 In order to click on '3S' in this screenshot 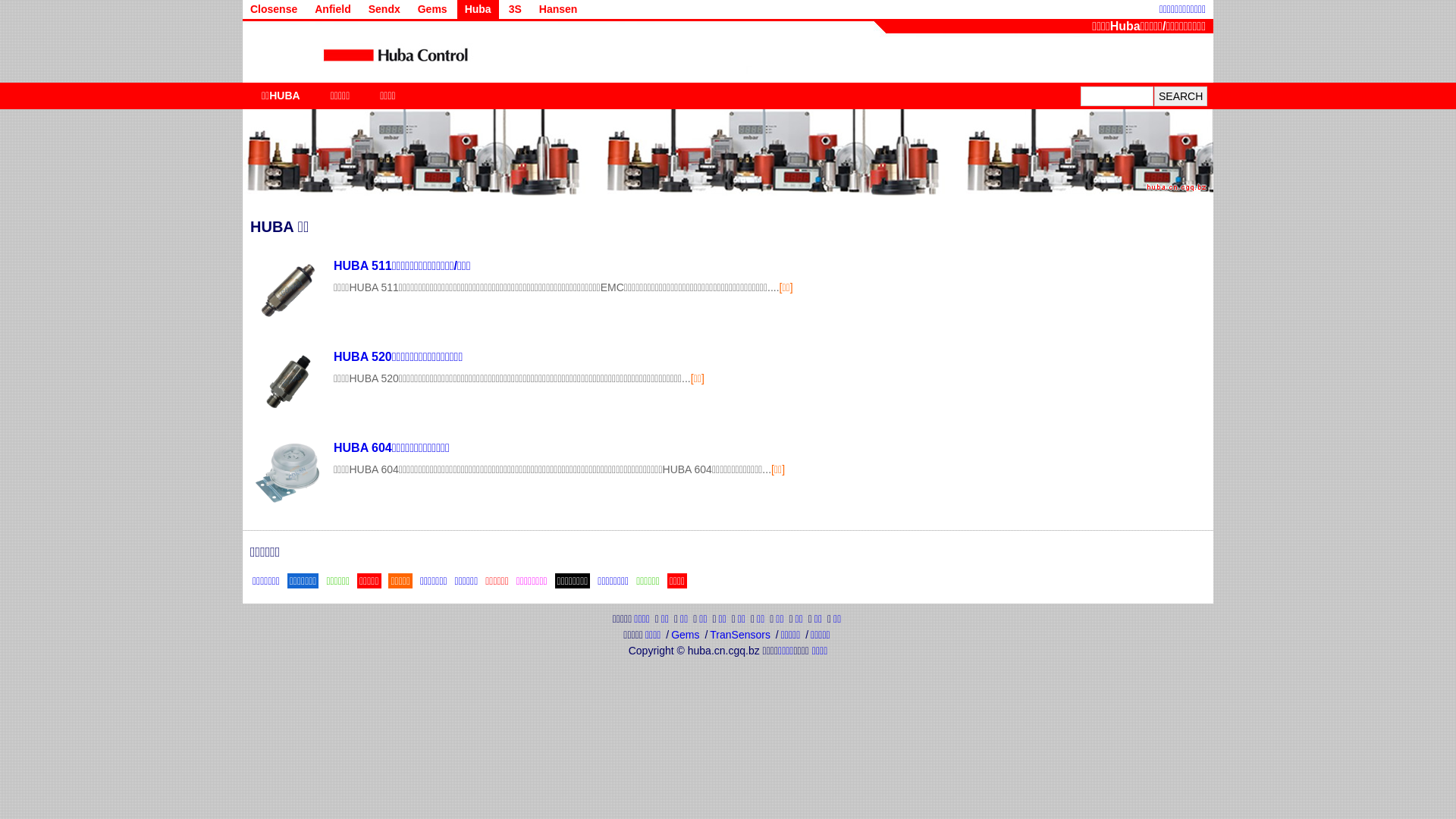, I will do `click(501, 9)`.